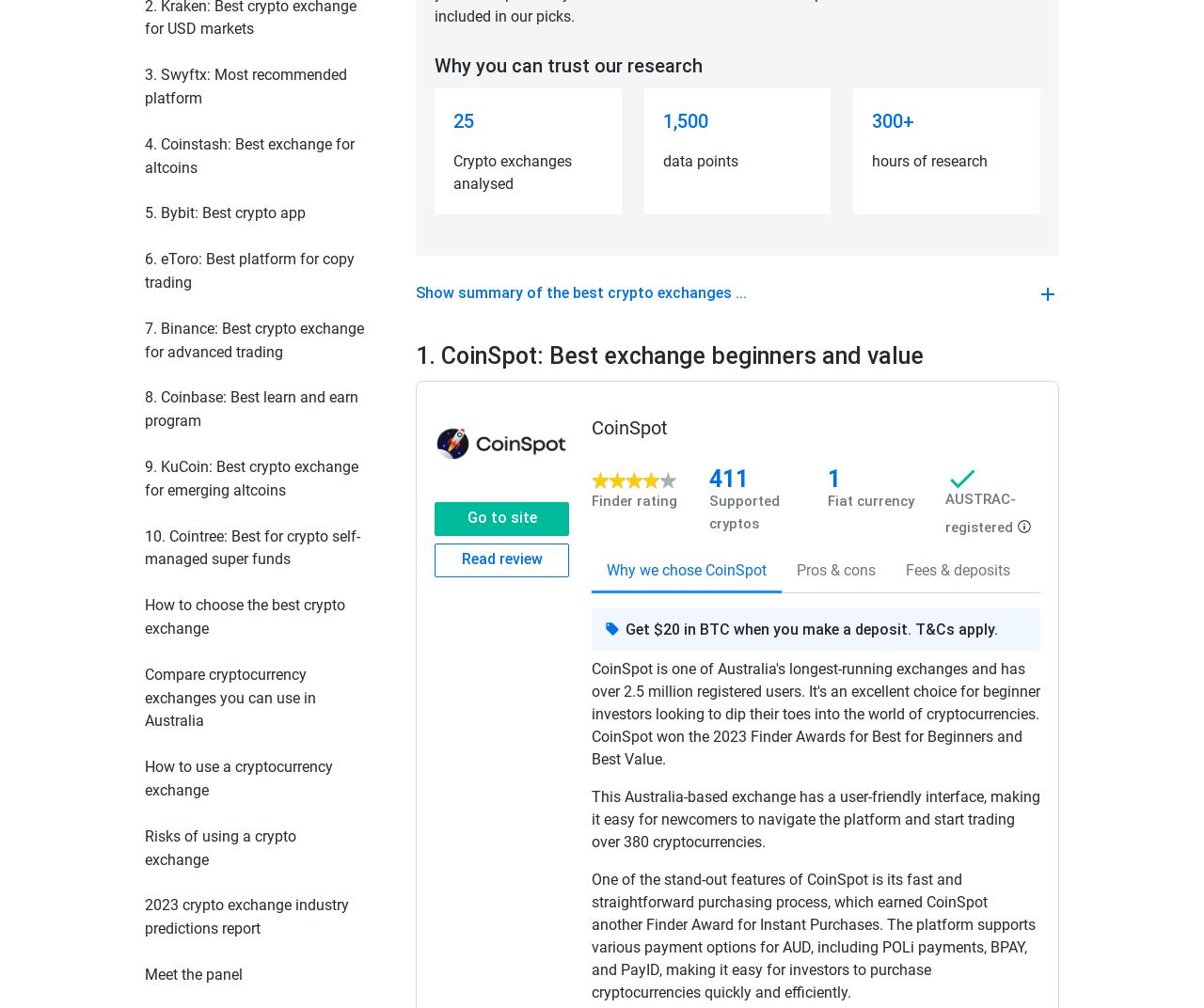 The height and width of the screenshot is (1008, 1204). I want to click on 'CoinSpot is one of Australia's longest-running exchanges and has over 2.5 million registered users. It's an excellent choice for beginner investors looking to dip their toes into the world of cryptocurrencies. CoinSpot won the 2023 Finder Awards for Best for Beginners and Best Value.', so click(590, 714).